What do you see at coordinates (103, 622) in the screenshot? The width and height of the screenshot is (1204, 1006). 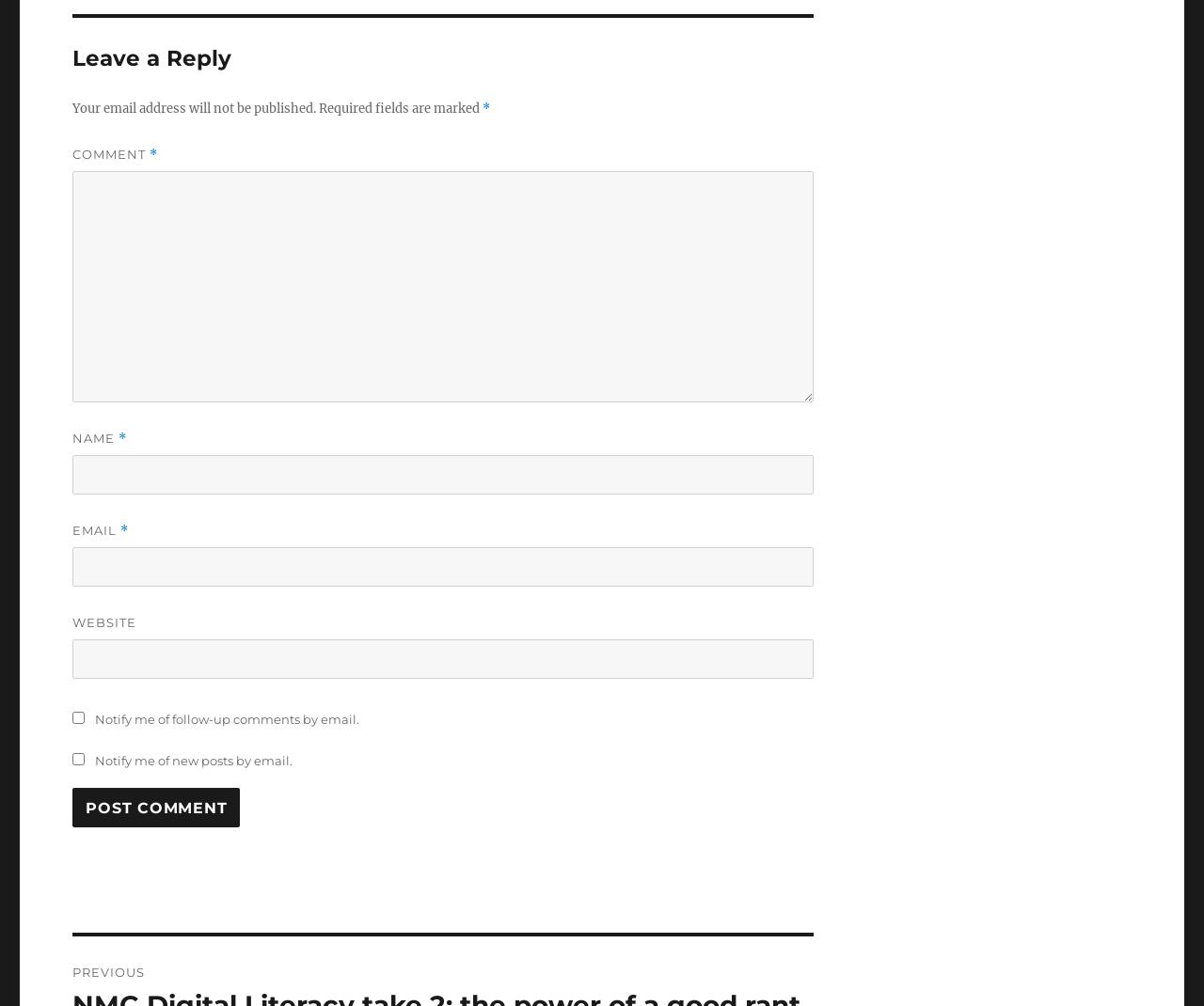 I see `'Website'` at bounding box center [103, 622].